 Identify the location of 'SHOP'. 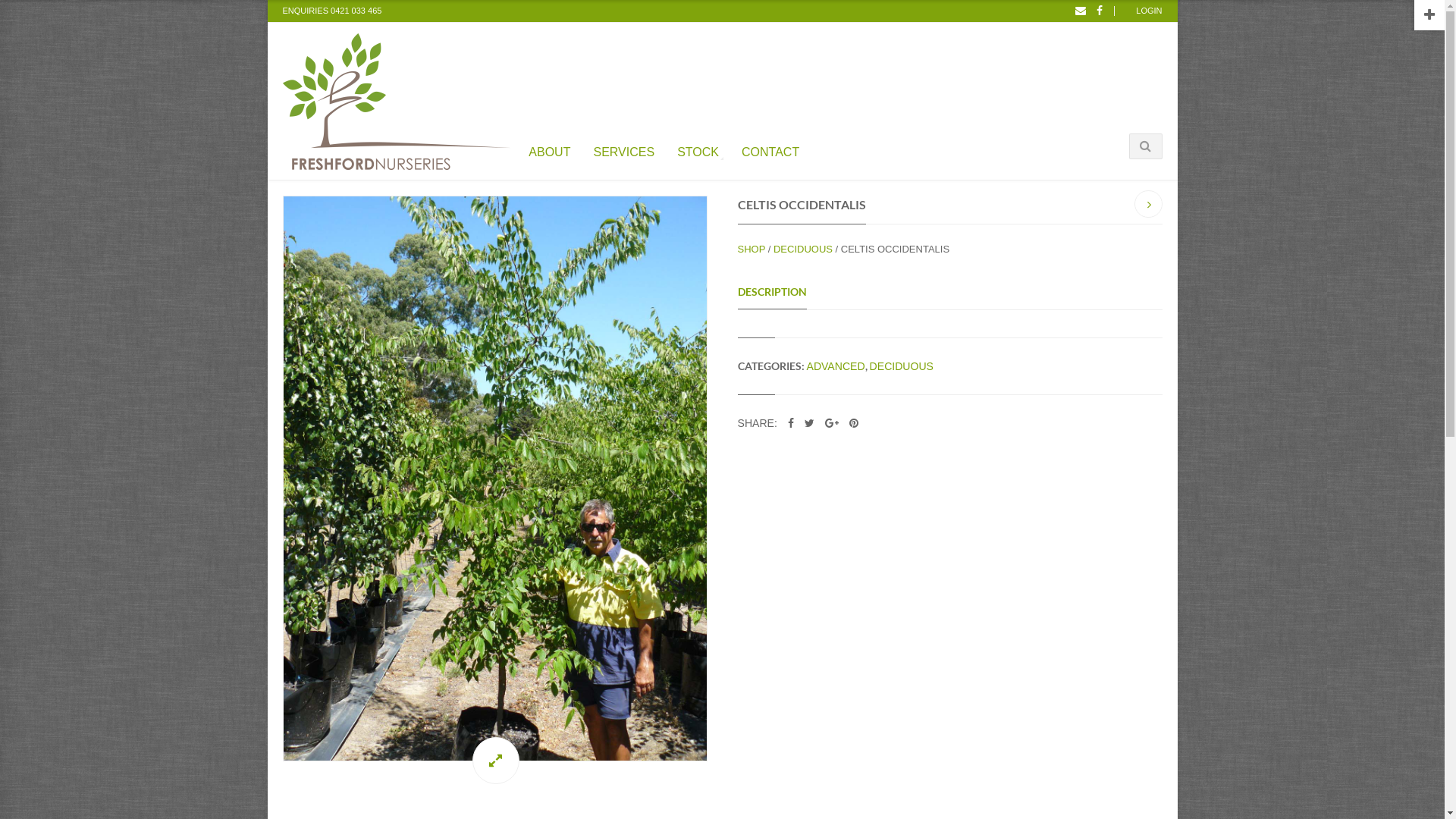
(751, 248).